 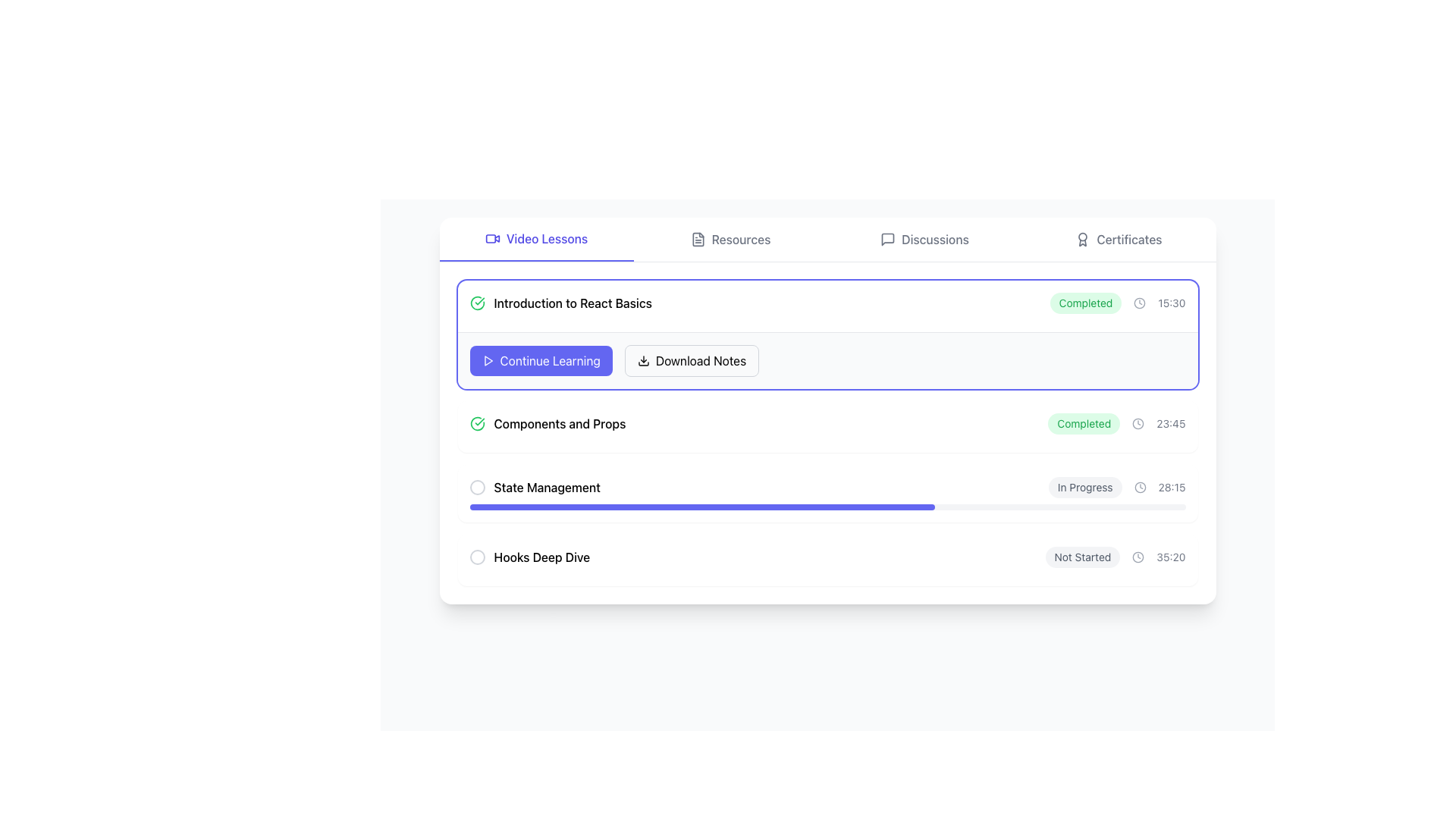 What do you see at coordinates (1131, 555) in the screenshot?
I see `the circular element at a specified angle 172 (in degrees) from the positive x-axis` at bounding box center [1131, 555].